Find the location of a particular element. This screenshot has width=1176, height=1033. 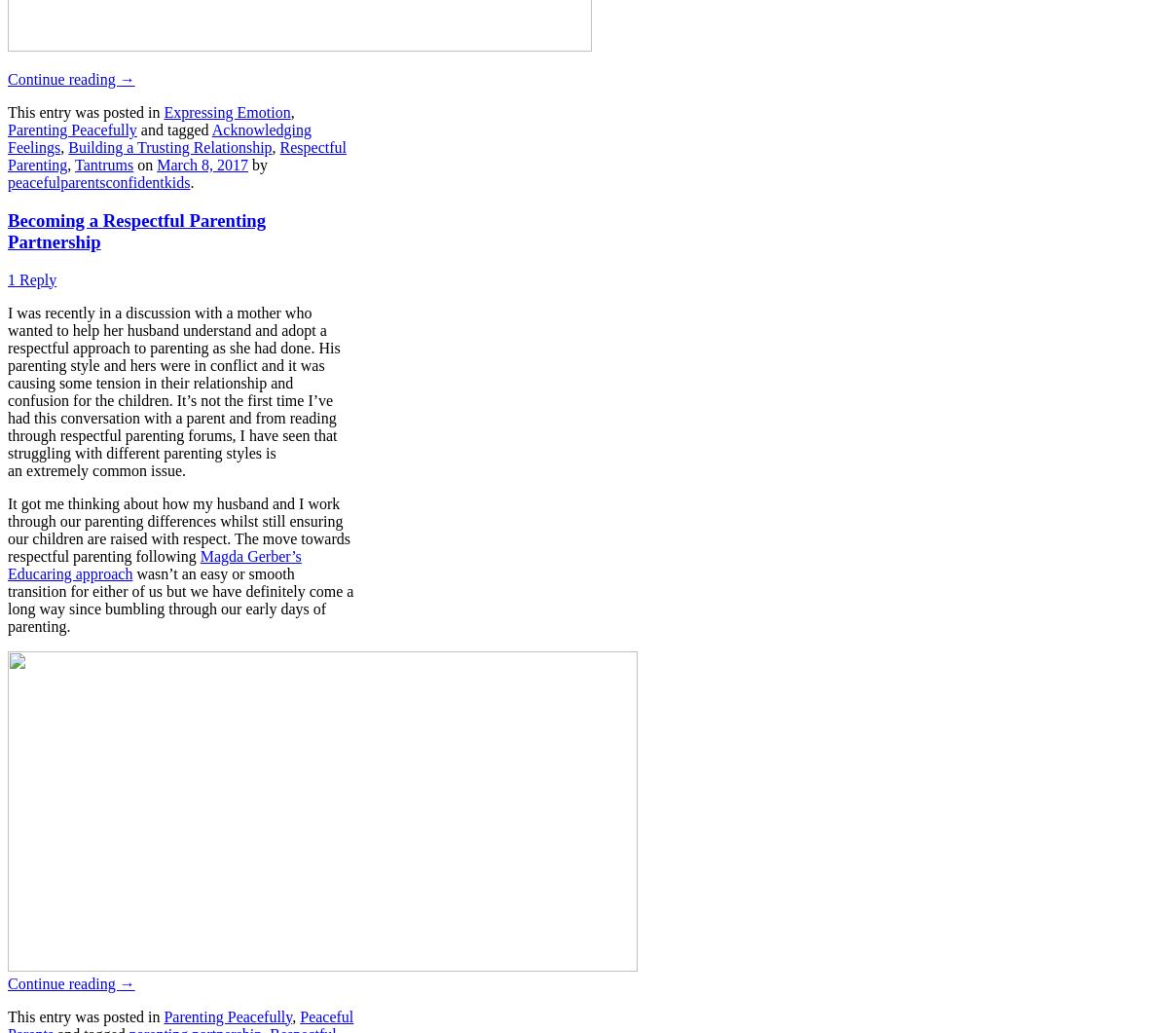

'peacefulparentsconfidentkids' is located at coordinates (97, 181).